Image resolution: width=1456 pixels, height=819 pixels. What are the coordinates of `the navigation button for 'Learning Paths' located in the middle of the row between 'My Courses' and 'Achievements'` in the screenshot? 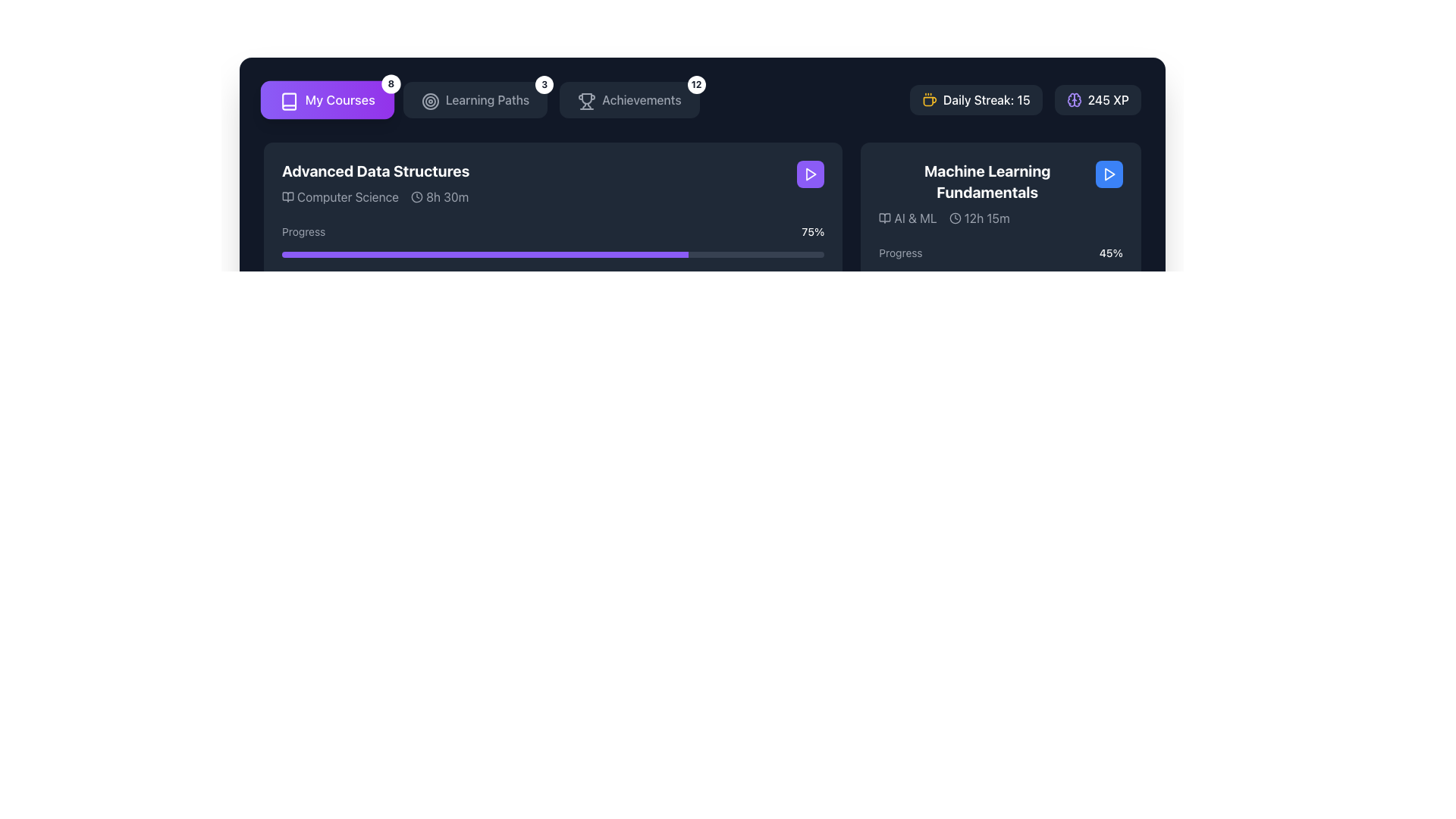 It's located at (481, 99).